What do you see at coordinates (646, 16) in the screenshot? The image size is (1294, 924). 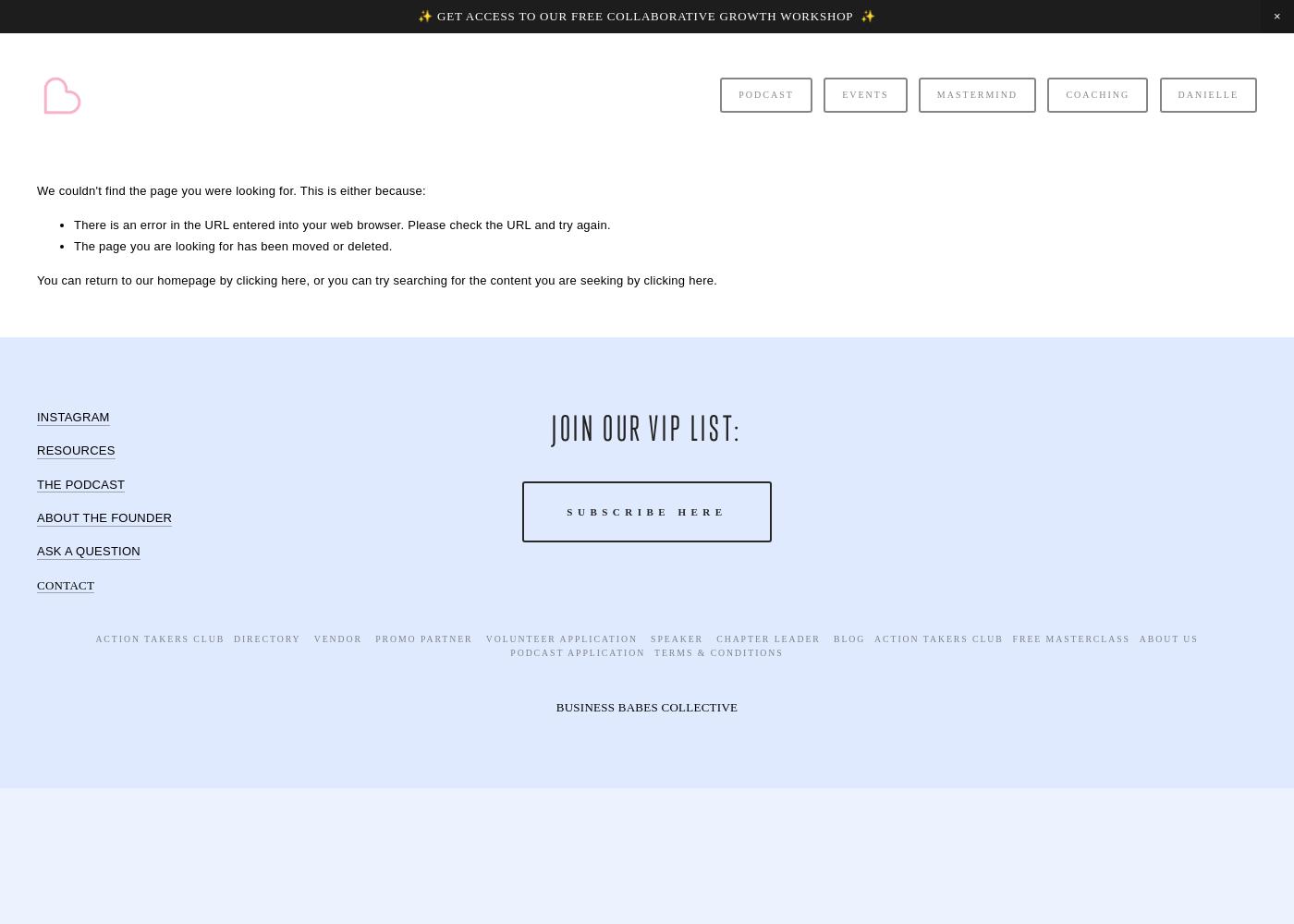 I see `'✨ GET ACCESS TO OUR FREE COLLABORATIVE GROWTH WORKSHOP  ✨'` at bounding box center [646, 16].